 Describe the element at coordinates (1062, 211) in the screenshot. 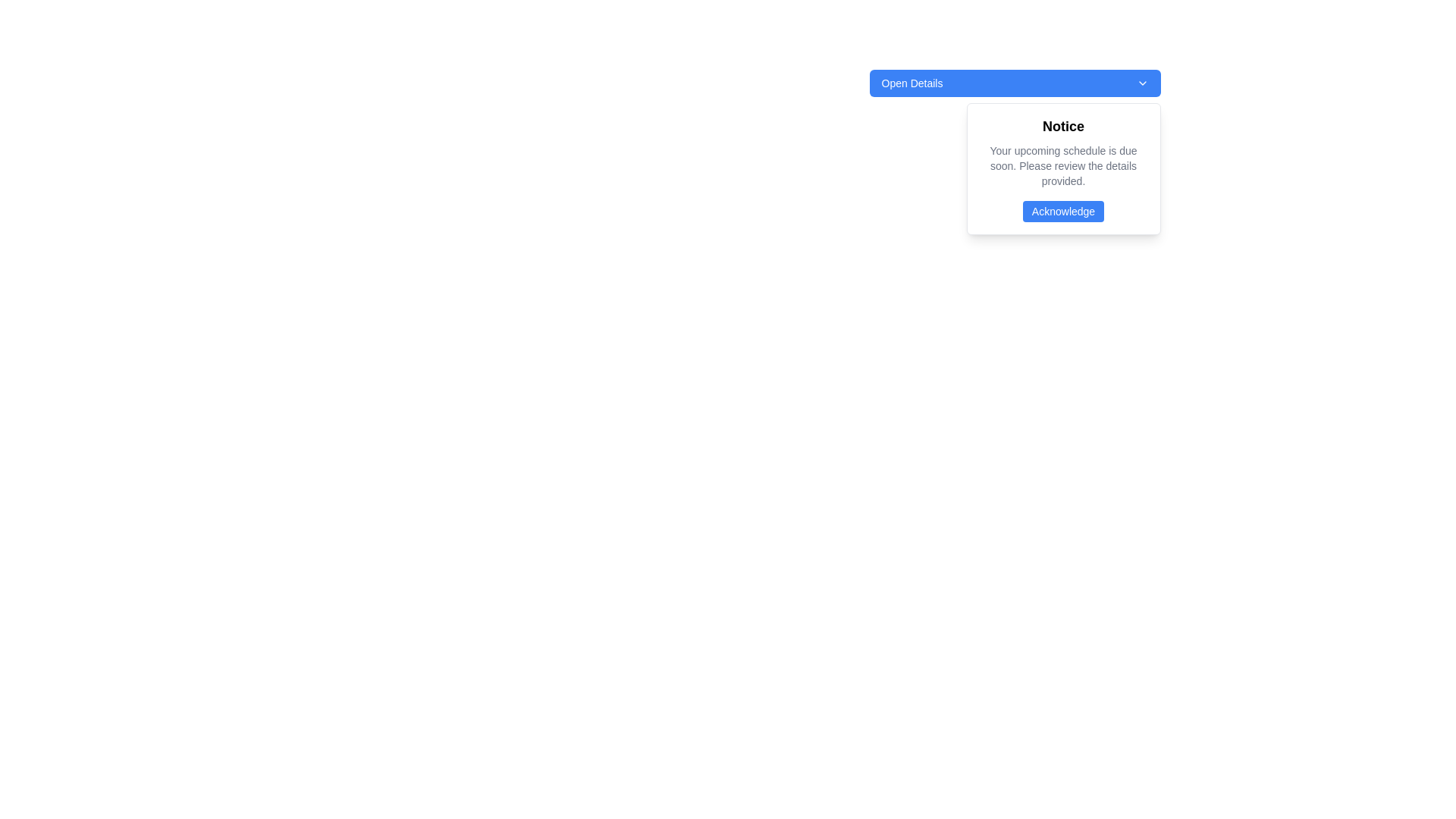

I see `the 'Acknowledge' button, which is a rectangular button with rounded corners and a blue background located at the bottom of the notification panel` at that location.